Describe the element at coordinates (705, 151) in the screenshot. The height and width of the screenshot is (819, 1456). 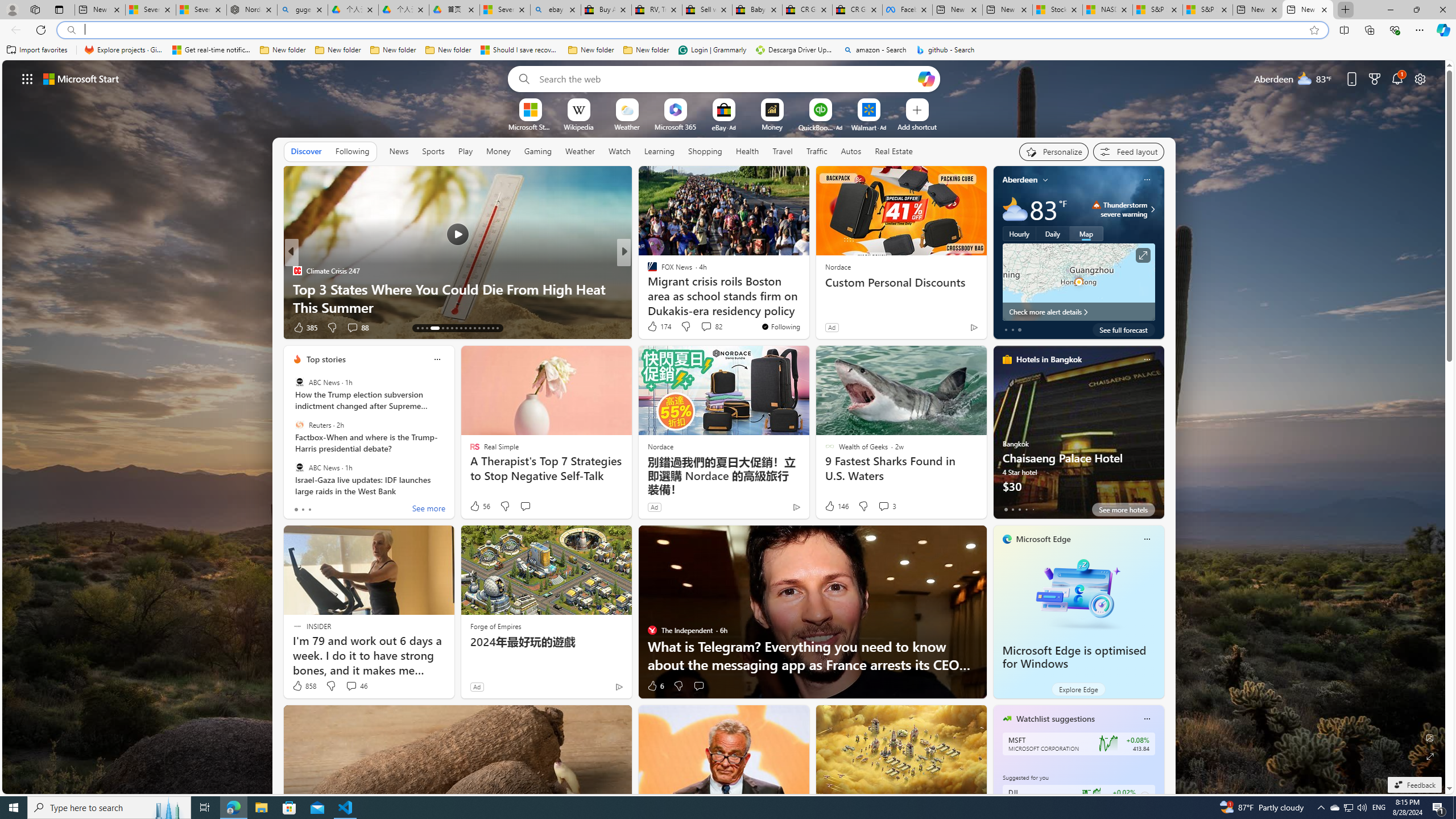
I see `'Shopping'` at that location.